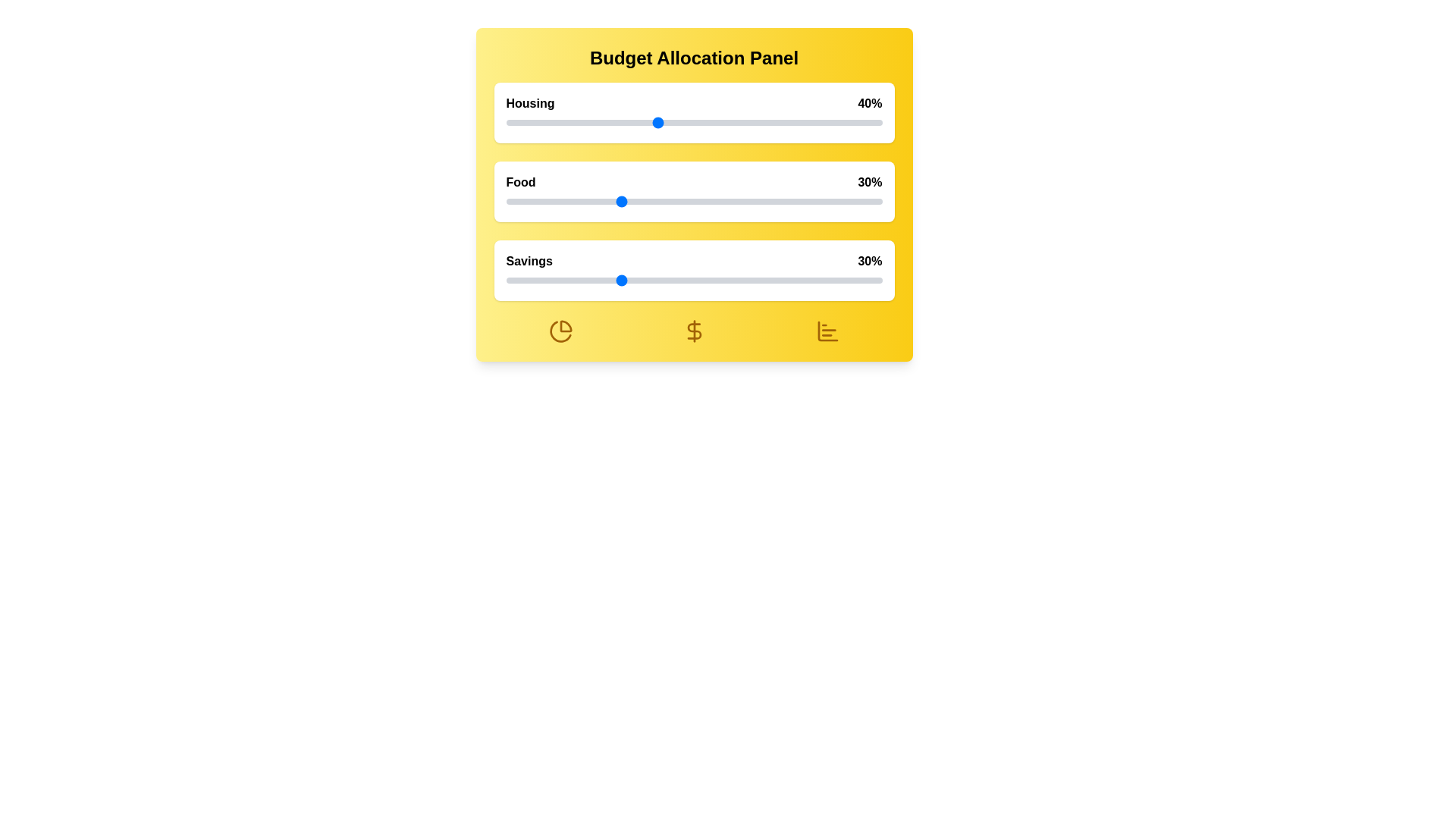 This screenshot has width=1456, height=819. Describe the element at coordinates (693, 330) in the screenshot. I see `the dollar symbol icon, which is centrally positioned at the bottom of a yellow background panel, to initiate a monetary-related function` at that location.